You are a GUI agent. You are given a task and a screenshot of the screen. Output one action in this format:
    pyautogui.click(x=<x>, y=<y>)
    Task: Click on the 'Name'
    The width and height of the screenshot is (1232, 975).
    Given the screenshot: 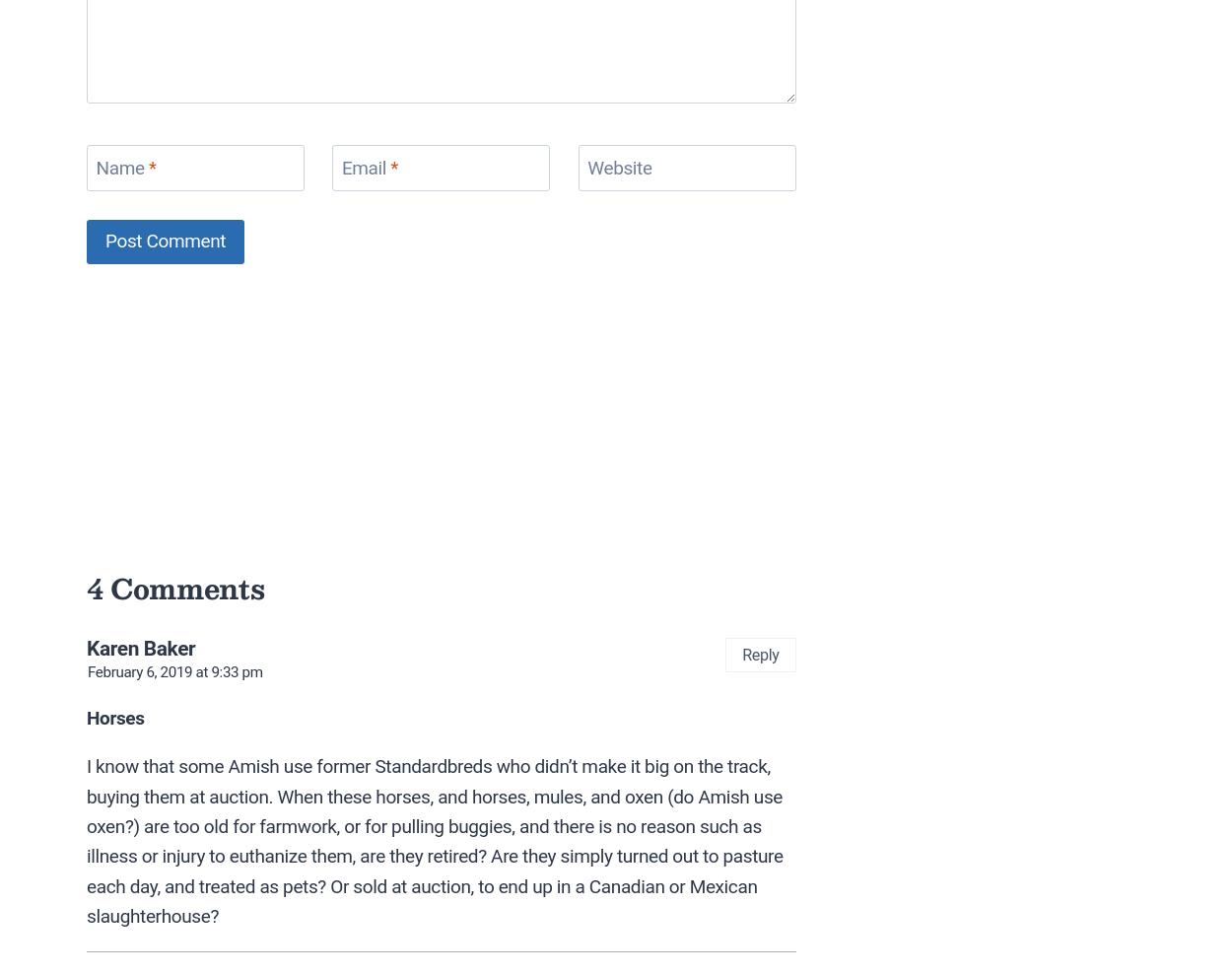 What is the action you would take?
    pyautogui.click(x=120, y=167)
    